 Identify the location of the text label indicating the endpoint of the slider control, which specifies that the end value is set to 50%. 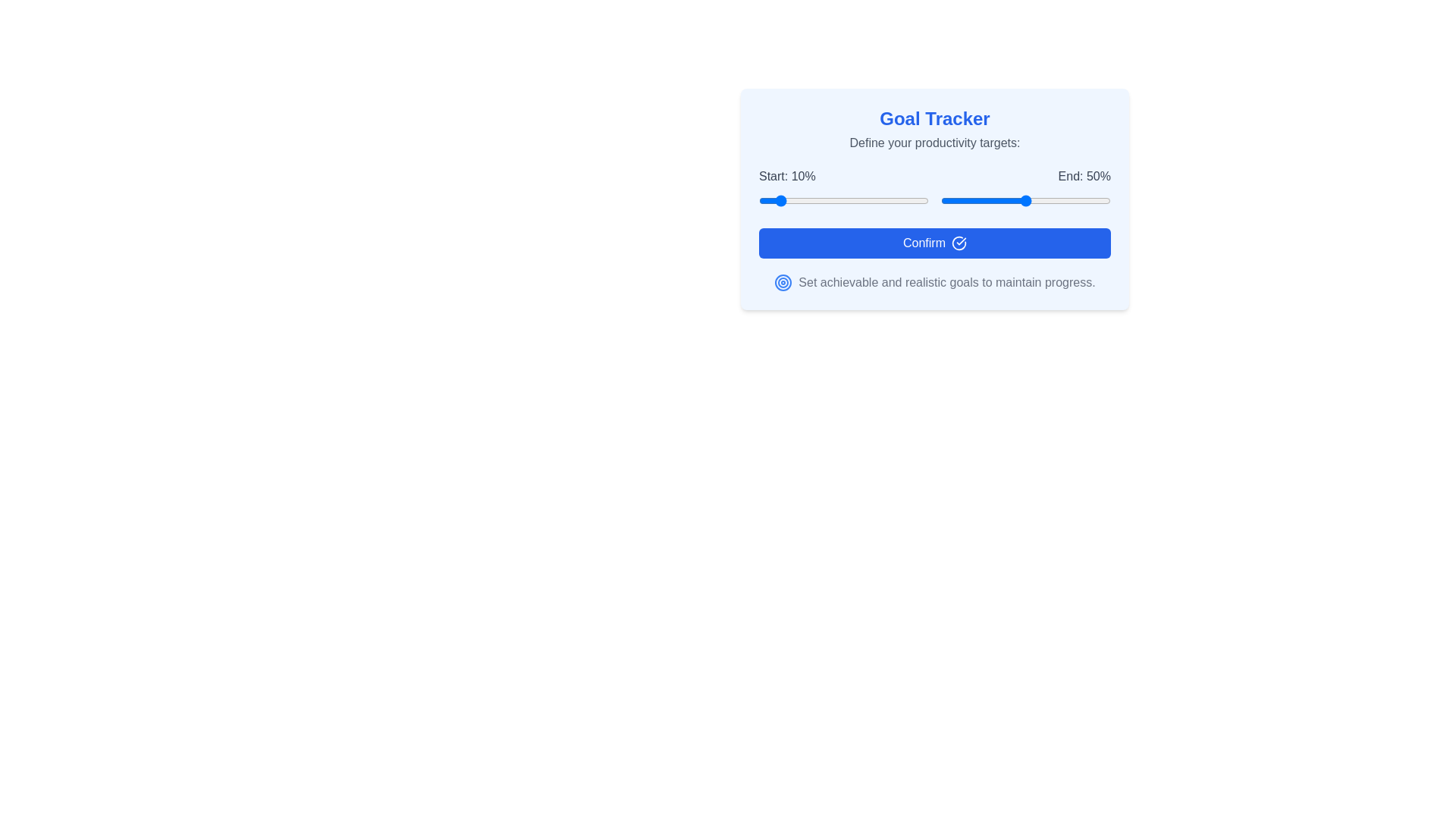
(1084, 175).